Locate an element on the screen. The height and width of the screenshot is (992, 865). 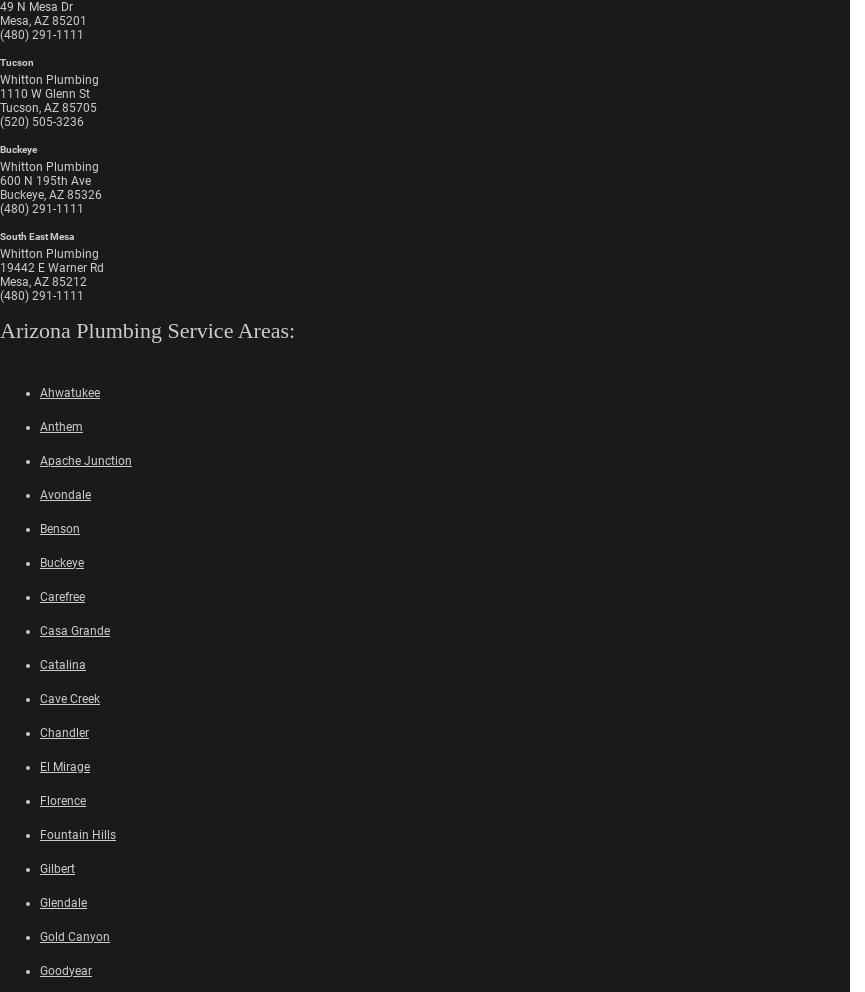
'Avondale' is located at coordinates (39, 494).